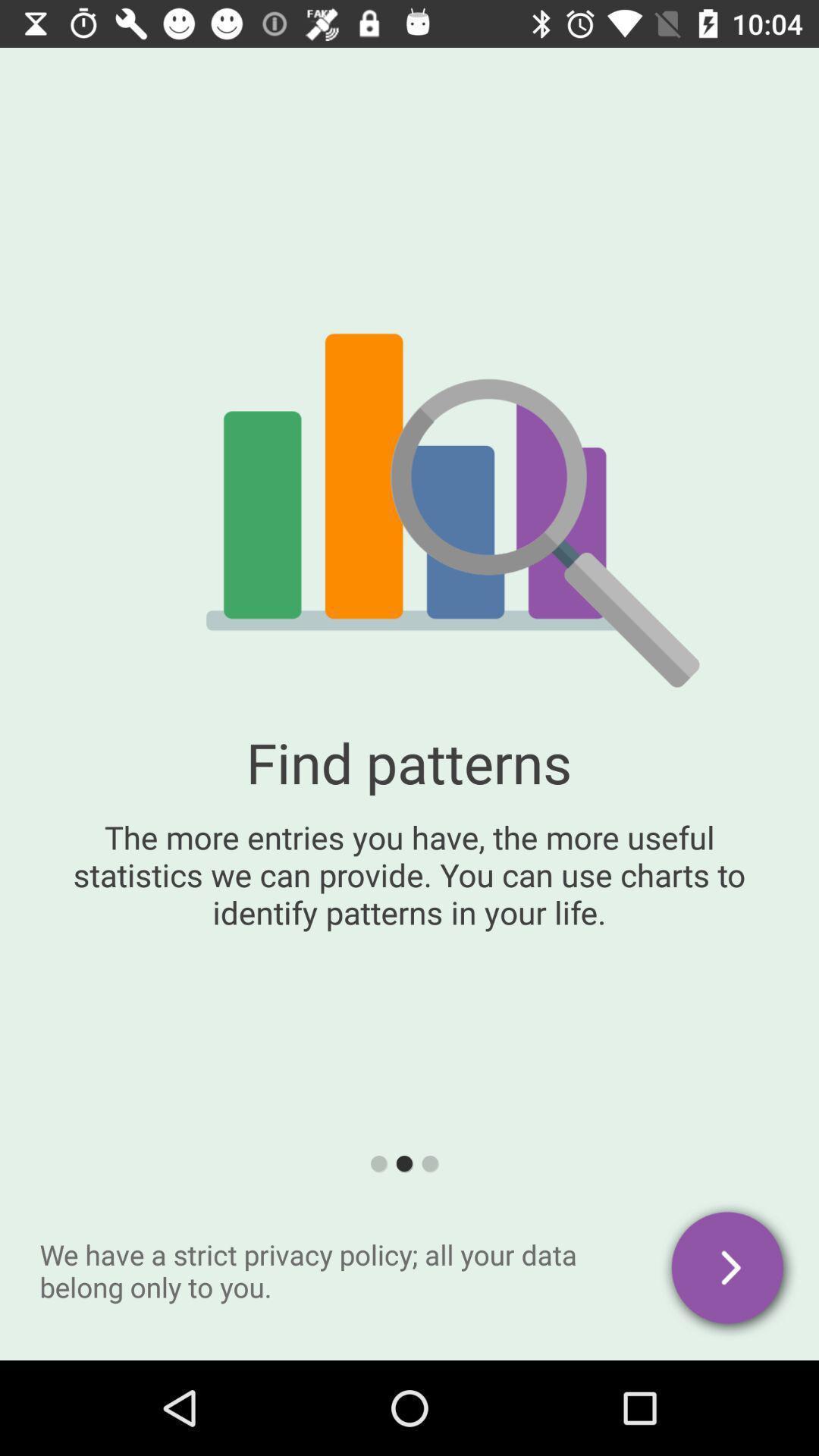  What do you see at coordinates (728, 1270) in the screenshot?
I see `the arrow_forward icon` at bounding box center [728, 1270].